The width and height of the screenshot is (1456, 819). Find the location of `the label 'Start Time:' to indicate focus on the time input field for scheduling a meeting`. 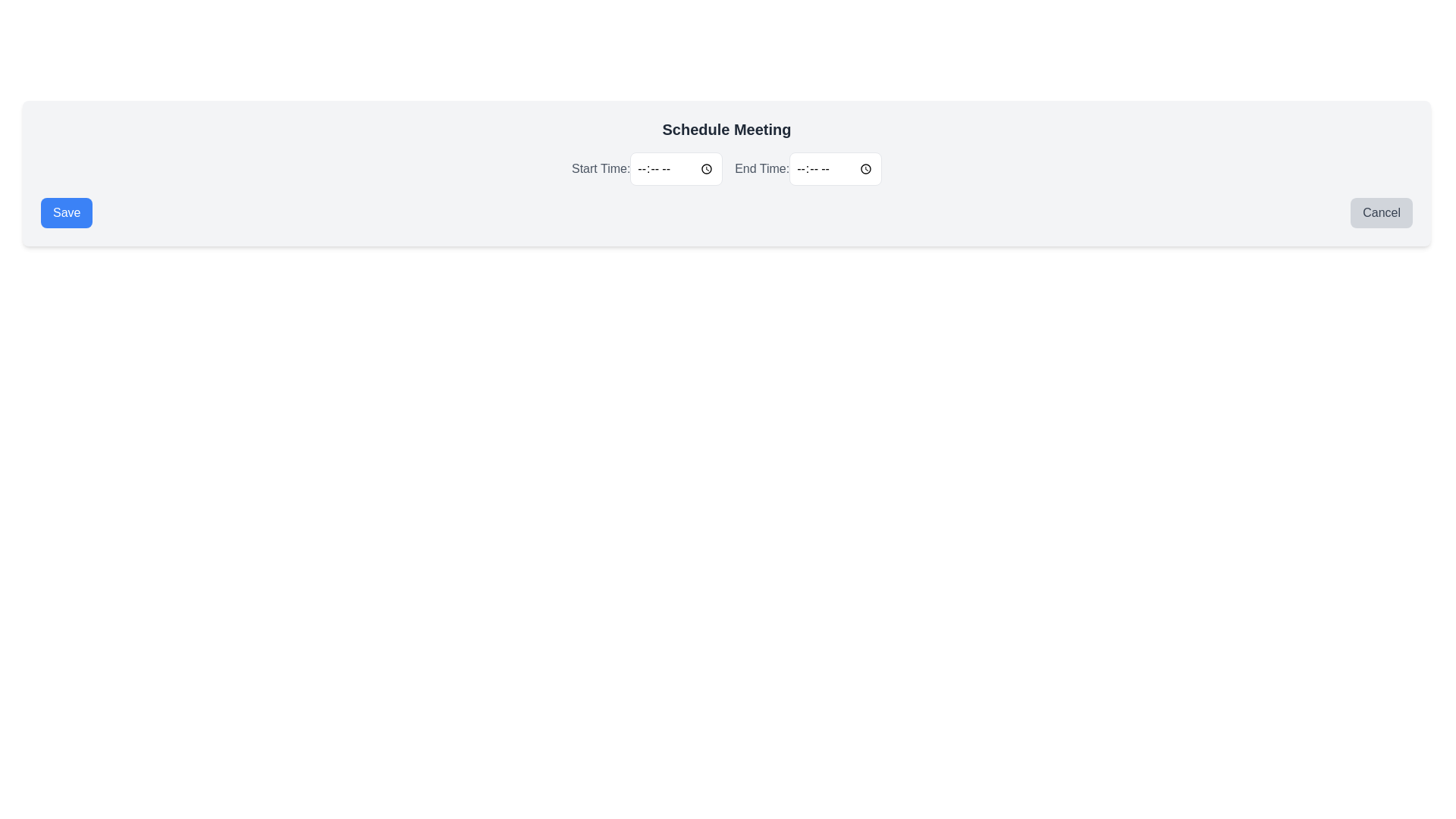

the label 'Start Time:' to indicate focus on the time input field for scheduling a meeting is located at coordinates (647, 169).